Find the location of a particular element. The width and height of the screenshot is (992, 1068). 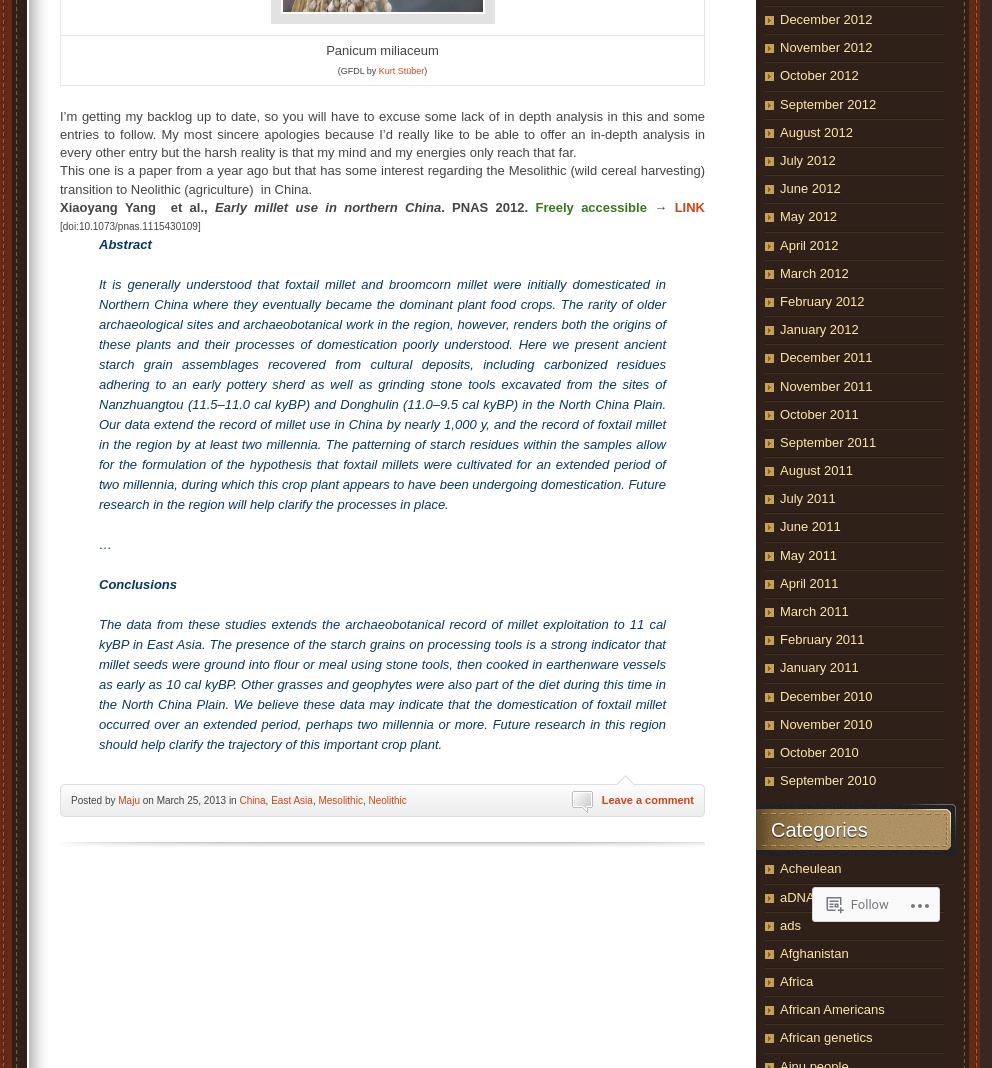

'October 2012' is located at coordinates (818, 74).